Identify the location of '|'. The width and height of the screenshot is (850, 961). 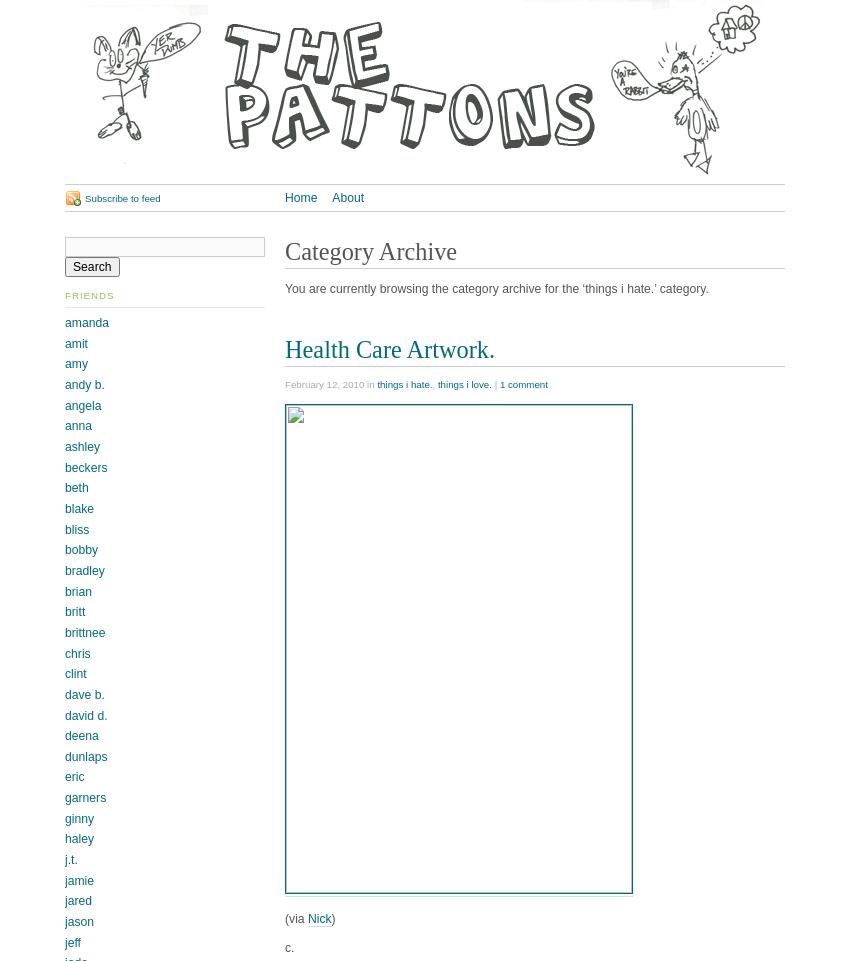
(490, 383).